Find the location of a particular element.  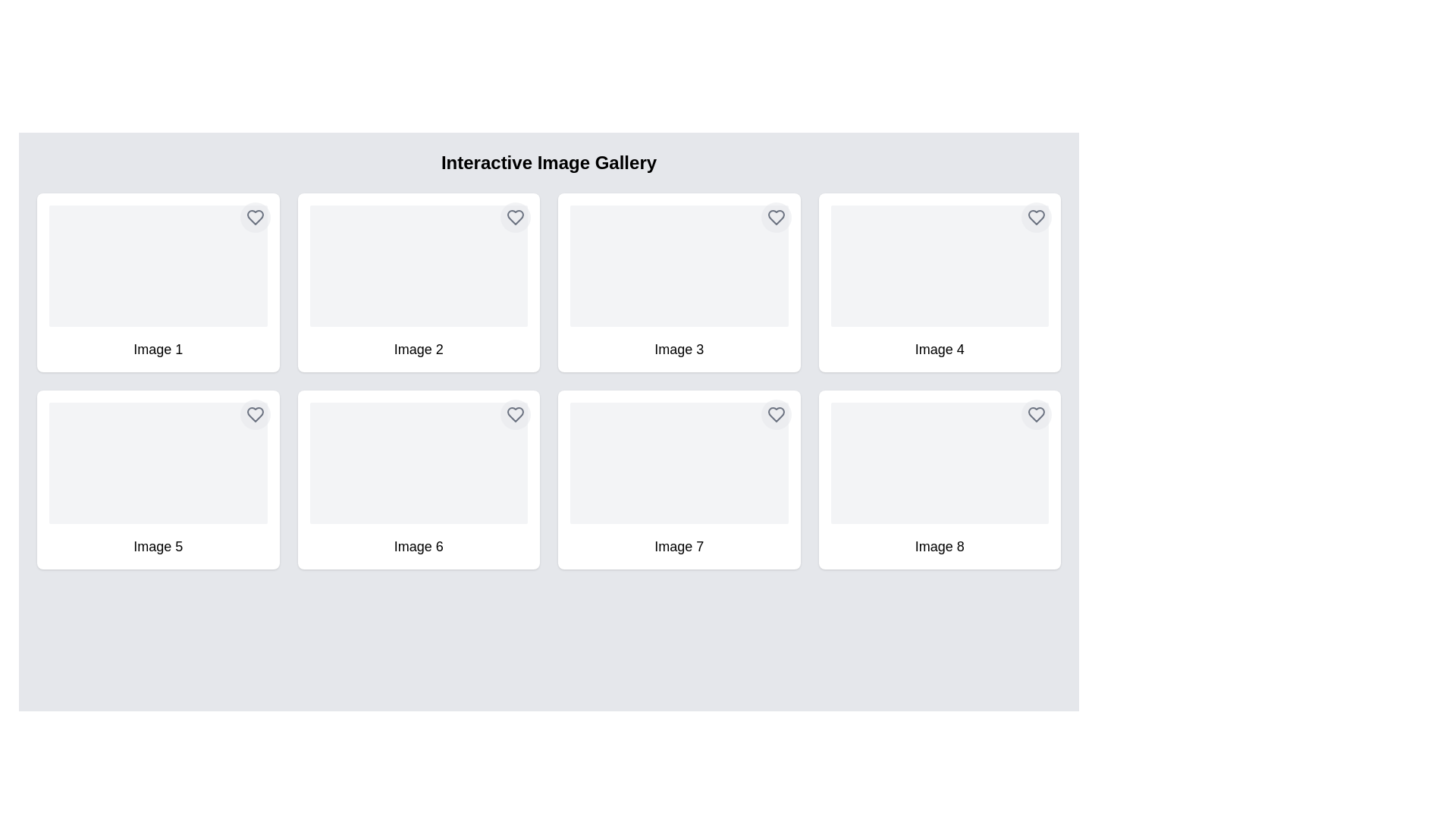

the text label located in the third card of the first row in a 4x2 grid layout, which provides a descriptive label for the corresponding image or card is located at coordinates (678, 350).